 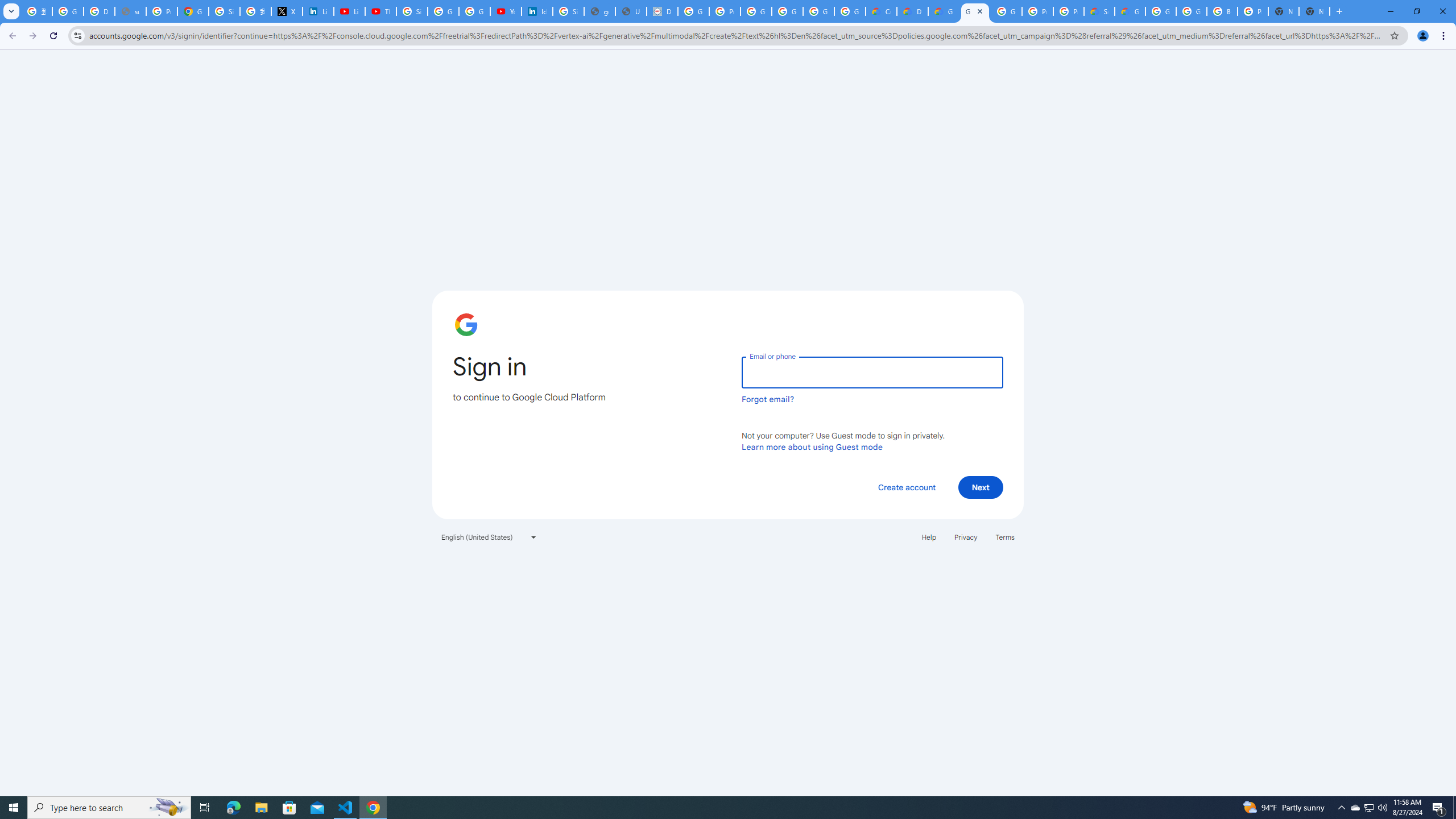 I want to click on 'Create account', so click(x=906, y=486).